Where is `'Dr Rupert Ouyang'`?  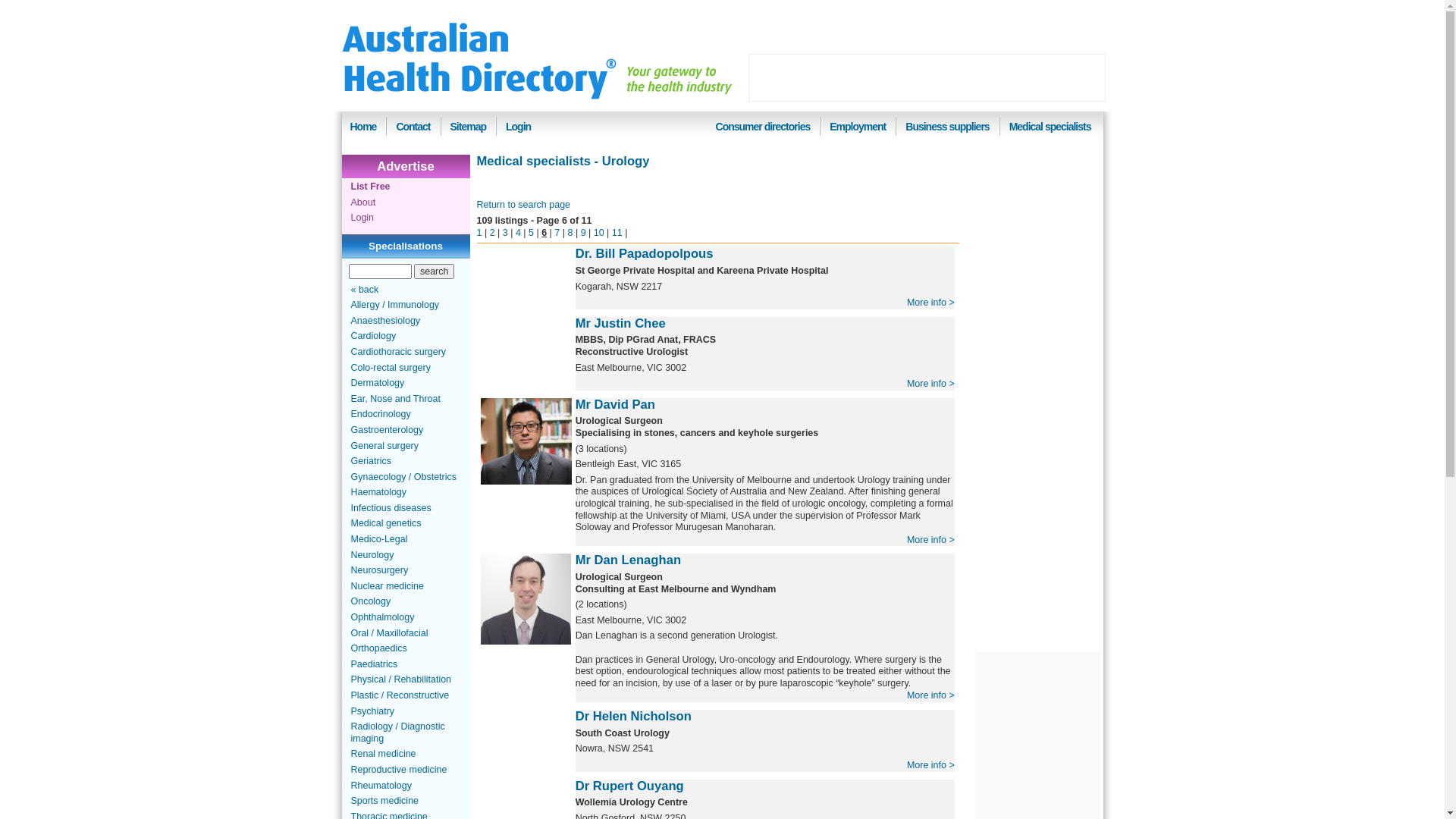
'Dr Rupert Ouyang' is located at coordinates (629, 785).